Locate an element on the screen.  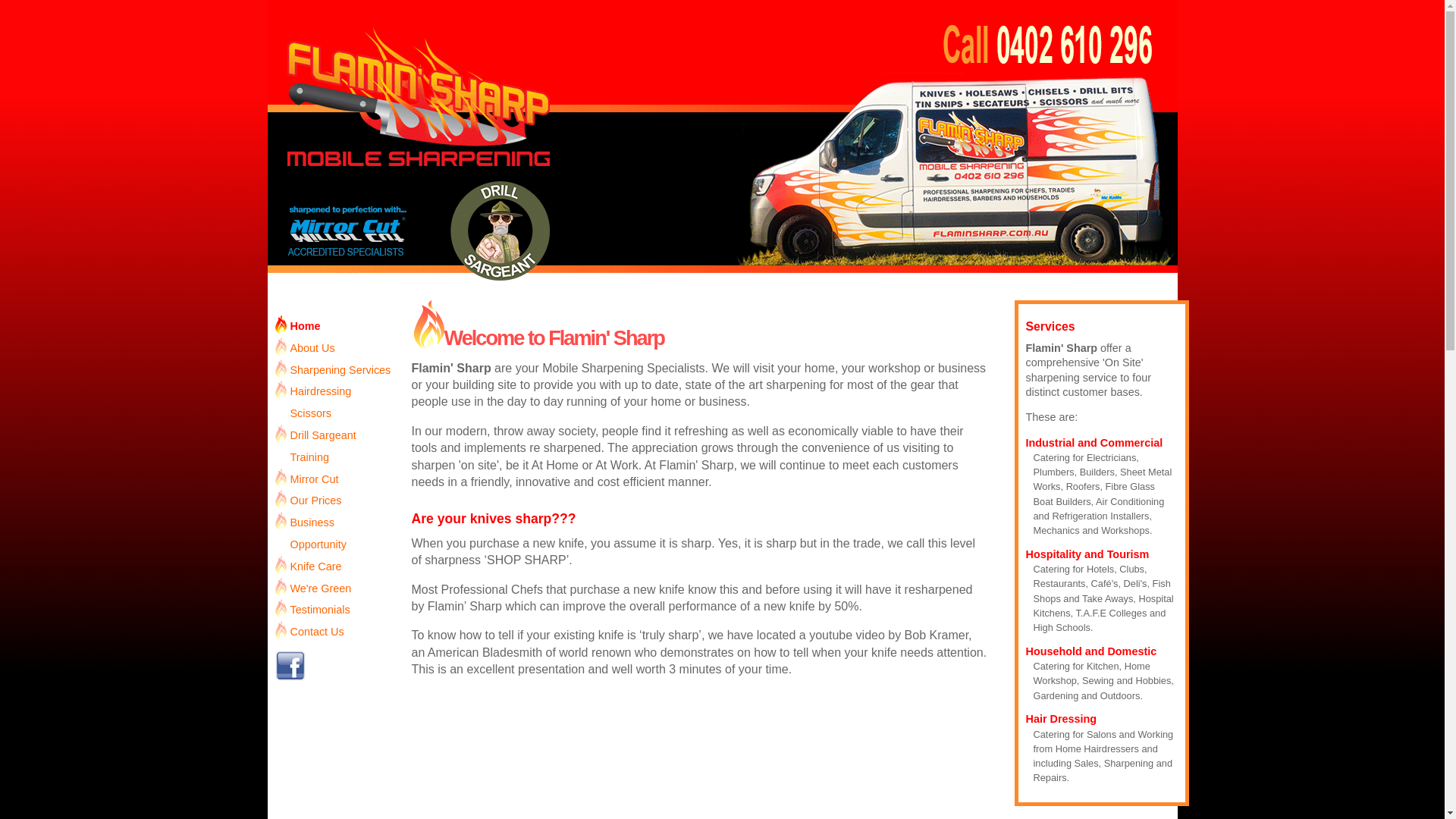
'Knife Care' is located at coordinates (332, 566).